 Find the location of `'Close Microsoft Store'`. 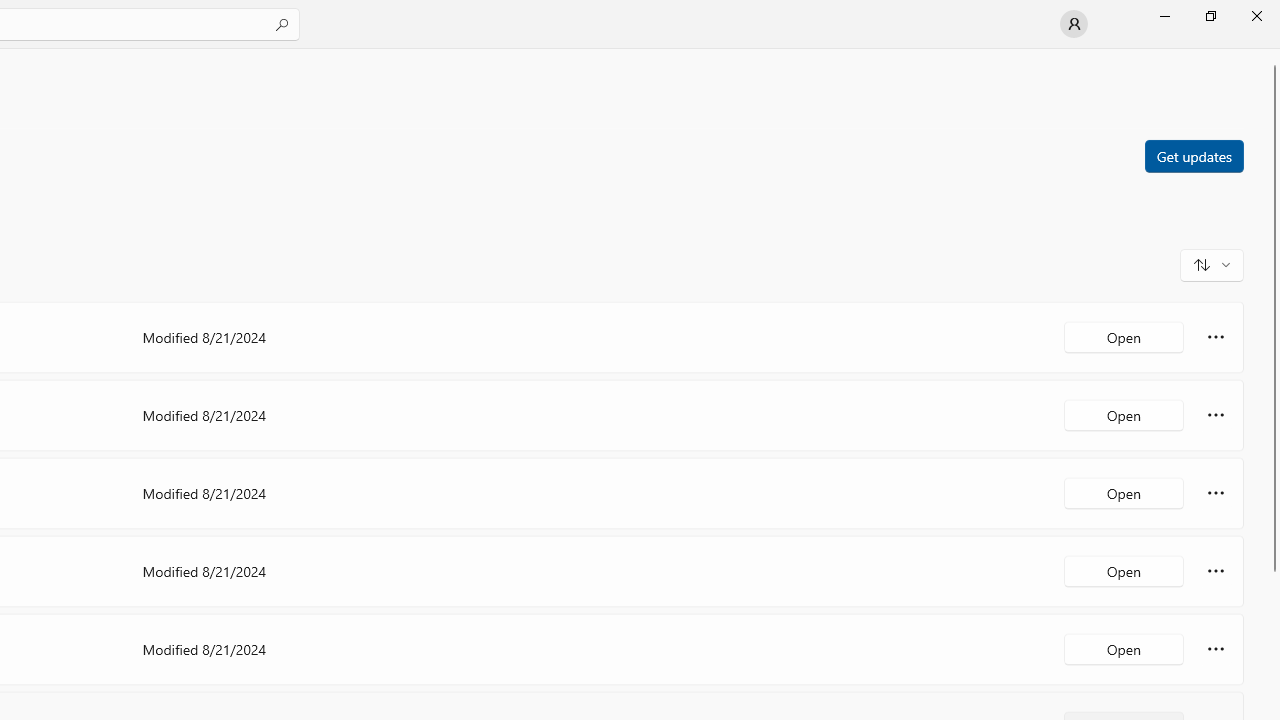

'Close Microsoft Store' is located at coordinates (1255, 15).